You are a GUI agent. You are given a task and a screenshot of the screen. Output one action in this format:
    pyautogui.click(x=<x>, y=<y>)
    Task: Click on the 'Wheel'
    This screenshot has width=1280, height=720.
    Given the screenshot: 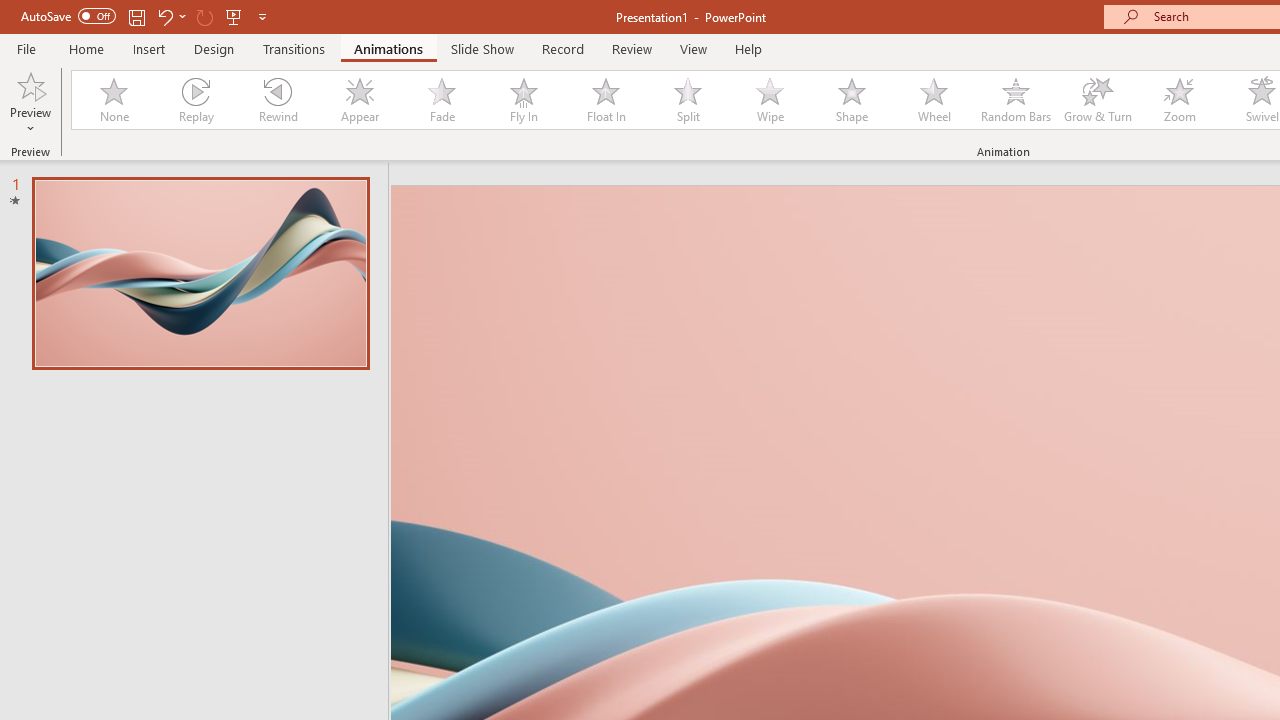 What is the action you would take?
    pyautogui.click(x=933, y=100)
    